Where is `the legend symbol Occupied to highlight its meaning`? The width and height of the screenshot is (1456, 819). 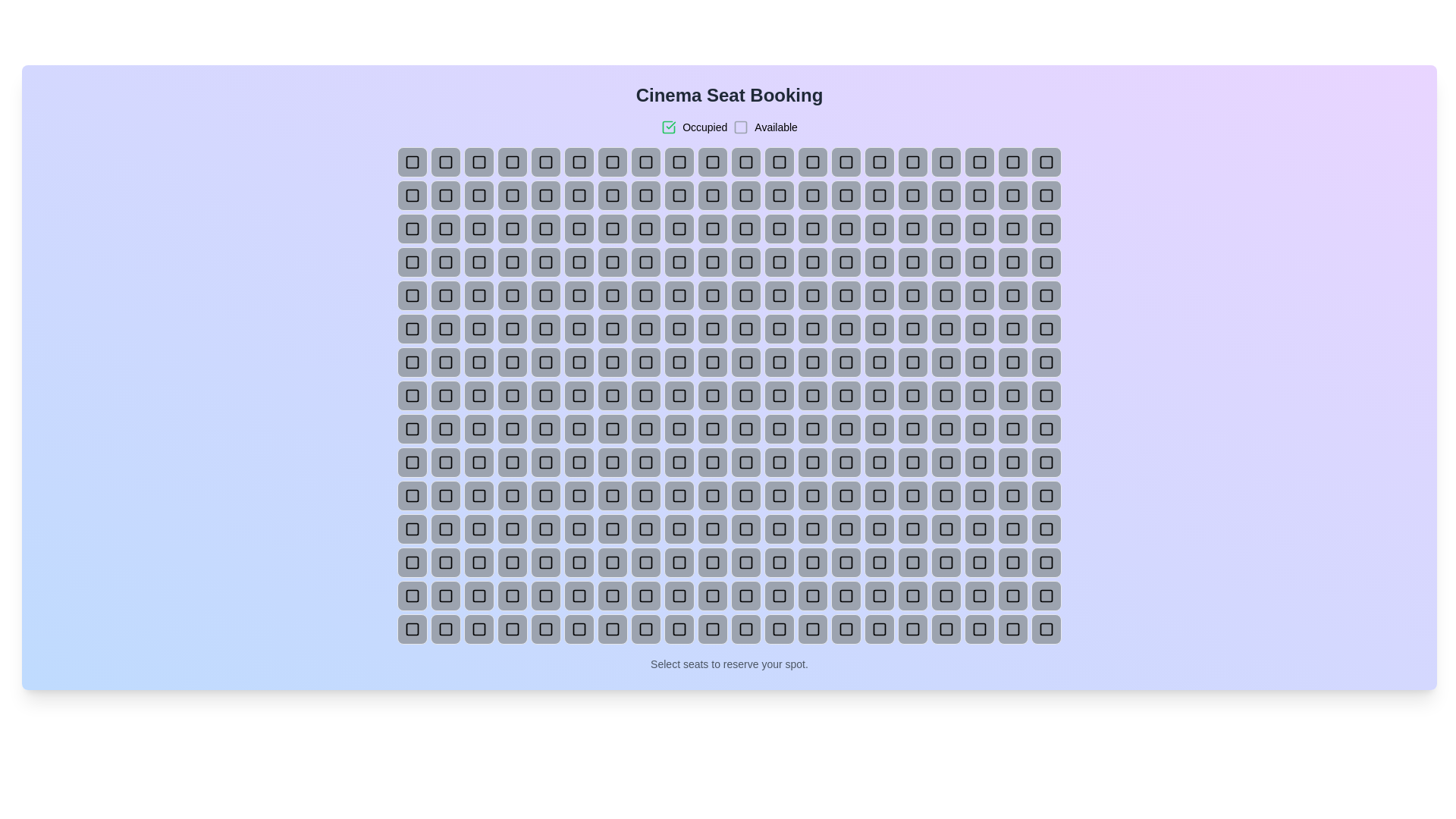
the legend symbol Occupied to highlight its meaning is located at coordinates (668, 127).